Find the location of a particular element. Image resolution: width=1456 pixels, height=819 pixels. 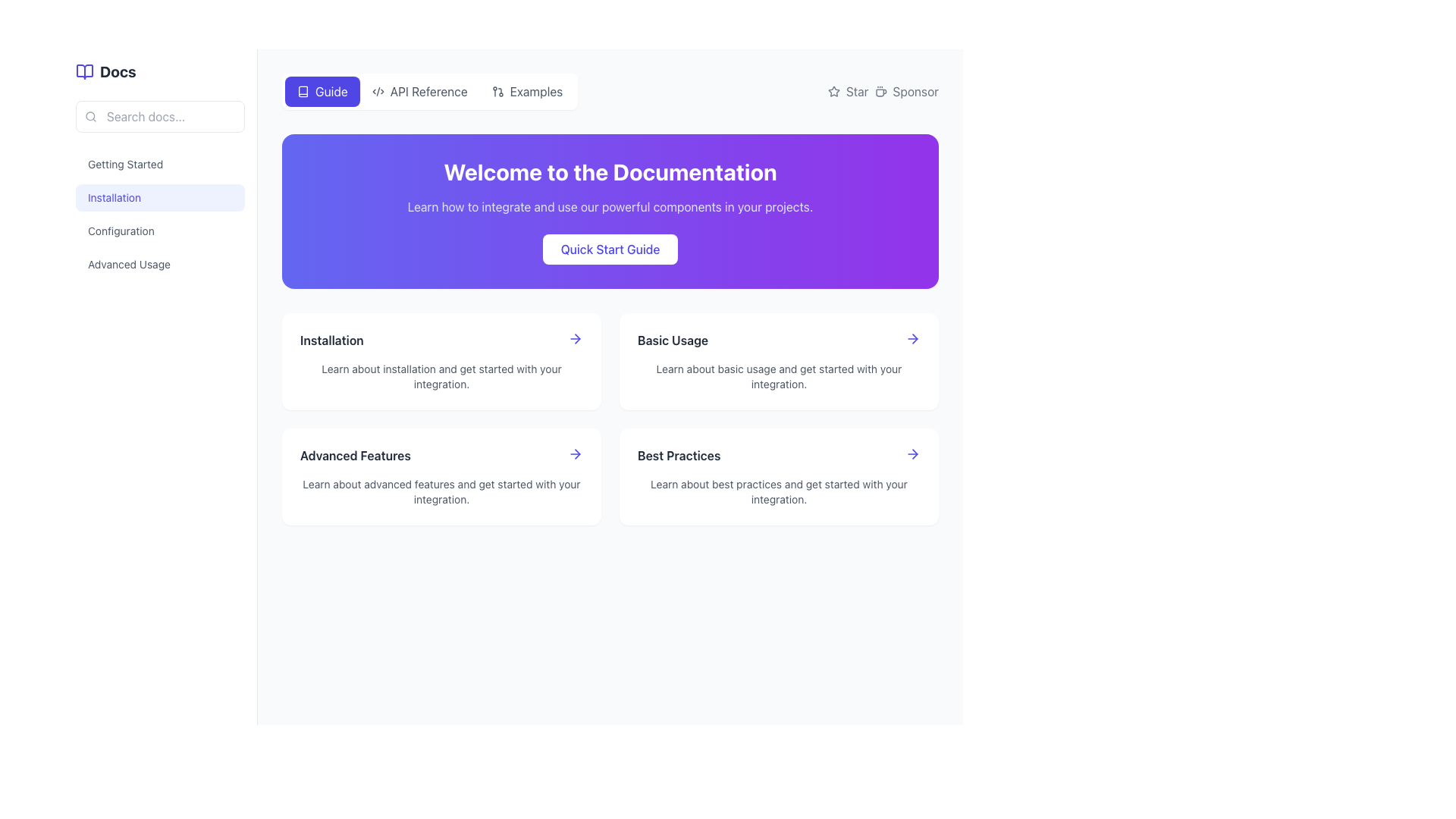

the pull request icon located to the left of the 'Examples' text in the header menu is located at coordinates (497, 91).